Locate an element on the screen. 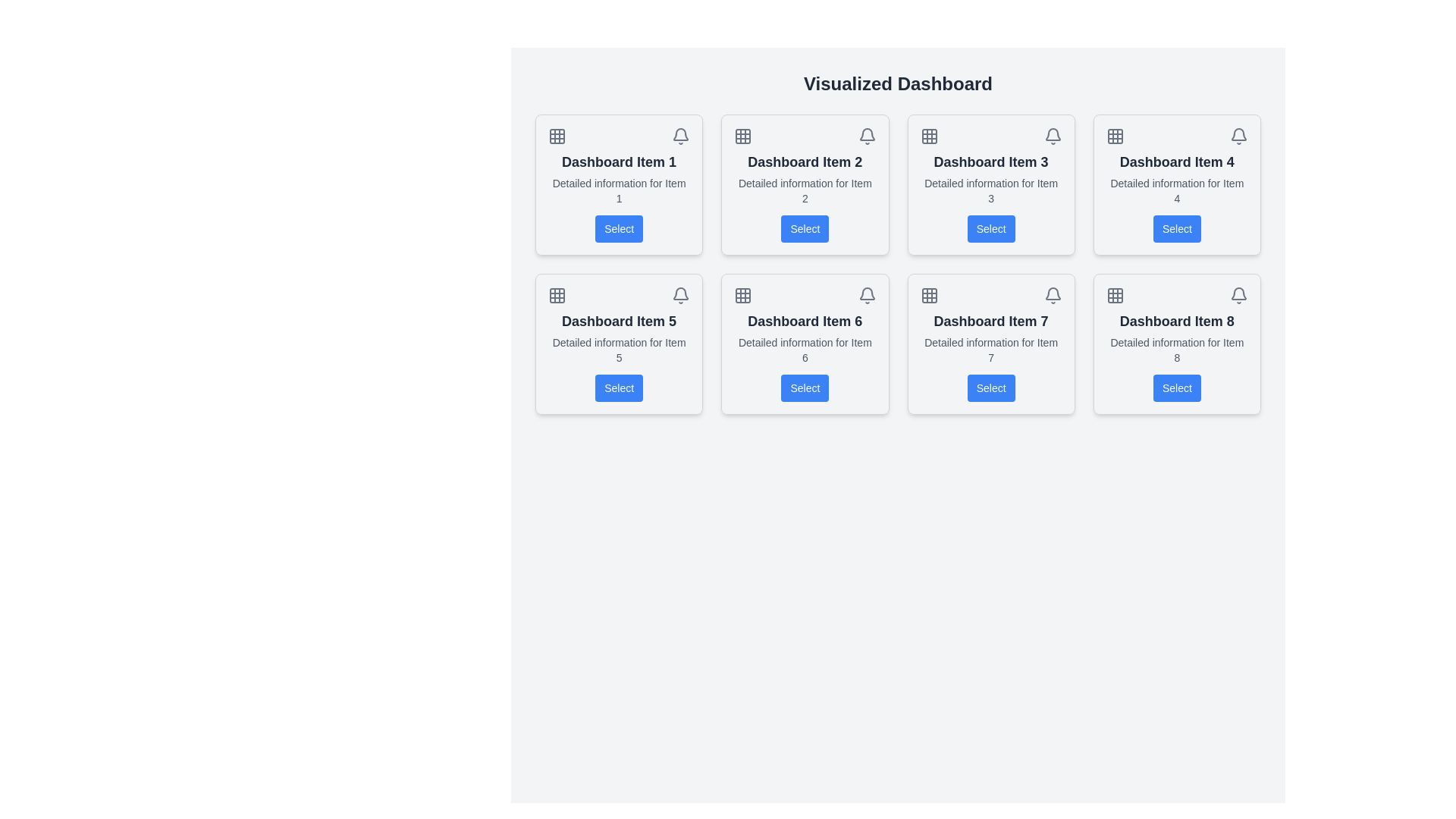 Image resolution: width=1456 pixels, height=819 pixels. title of the Text Label located on the first item in the second row of the dashboard card, positioned above the 'Select' button and below smaller icons is located at coordinates (619, 321).